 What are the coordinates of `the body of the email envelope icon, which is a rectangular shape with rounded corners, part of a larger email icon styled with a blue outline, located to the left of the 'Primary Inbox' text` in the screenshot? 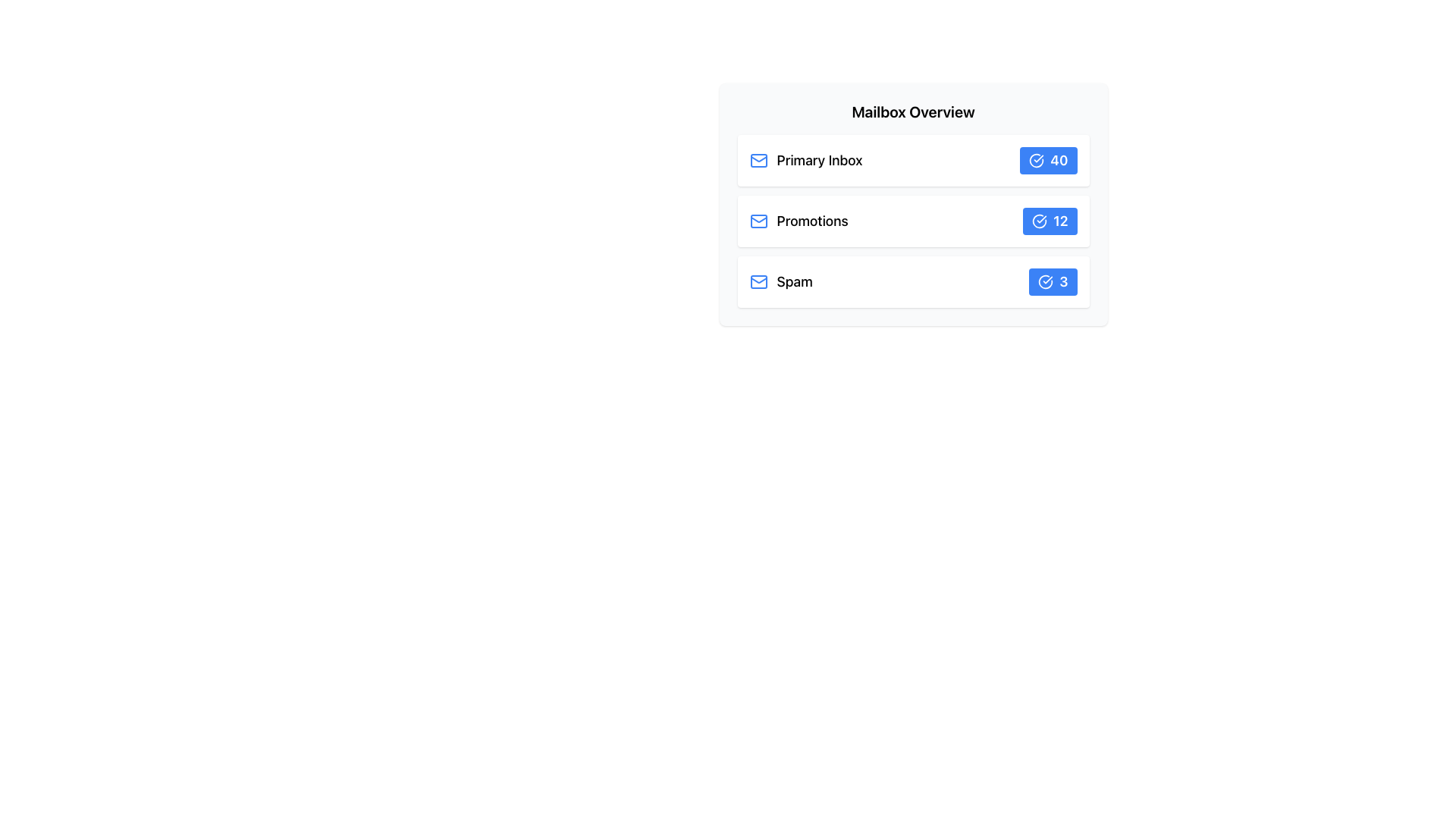 It's located at (758, 221).